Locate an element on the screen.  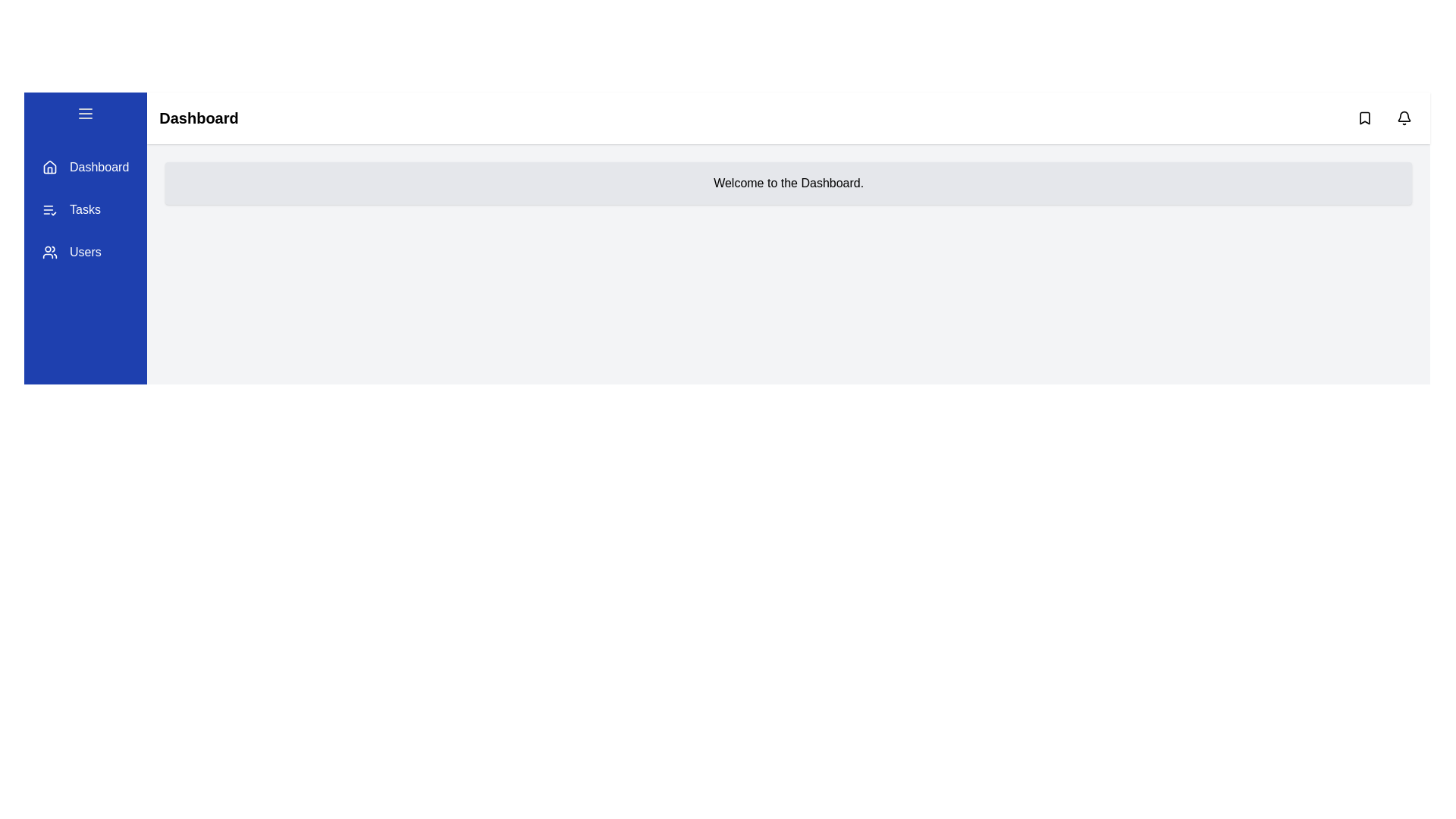
the menu toggle button located at the top left of the sidebar, which has a blue background and three horizontal white lines stacked vertically is located at coordinates (85, 115).